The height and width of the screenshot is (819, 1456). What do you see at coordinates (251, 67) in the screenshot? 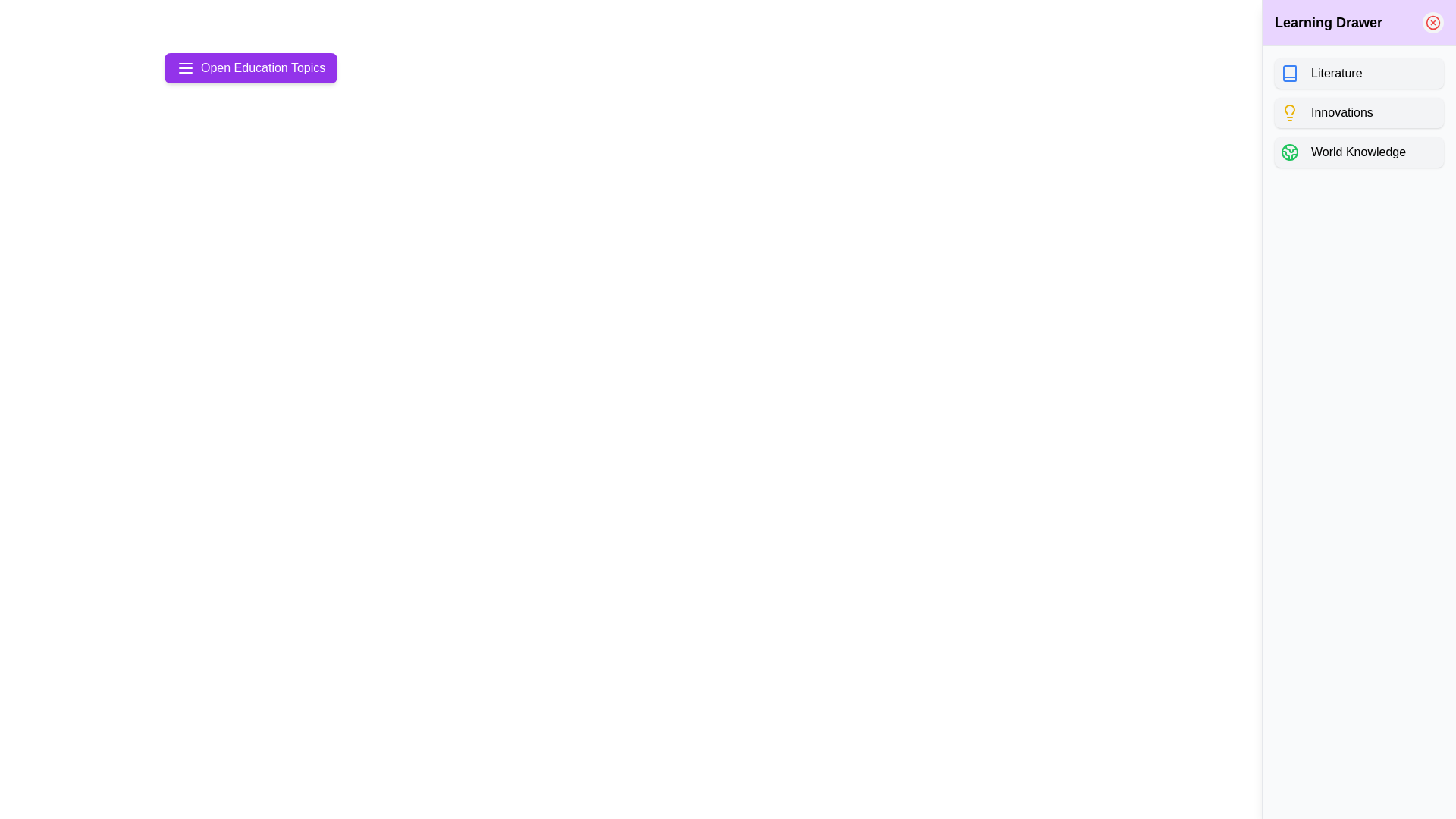
I see `purple button labeled 'Open Education Topics' to toggle the drawer` at bounding box center [251, 67].